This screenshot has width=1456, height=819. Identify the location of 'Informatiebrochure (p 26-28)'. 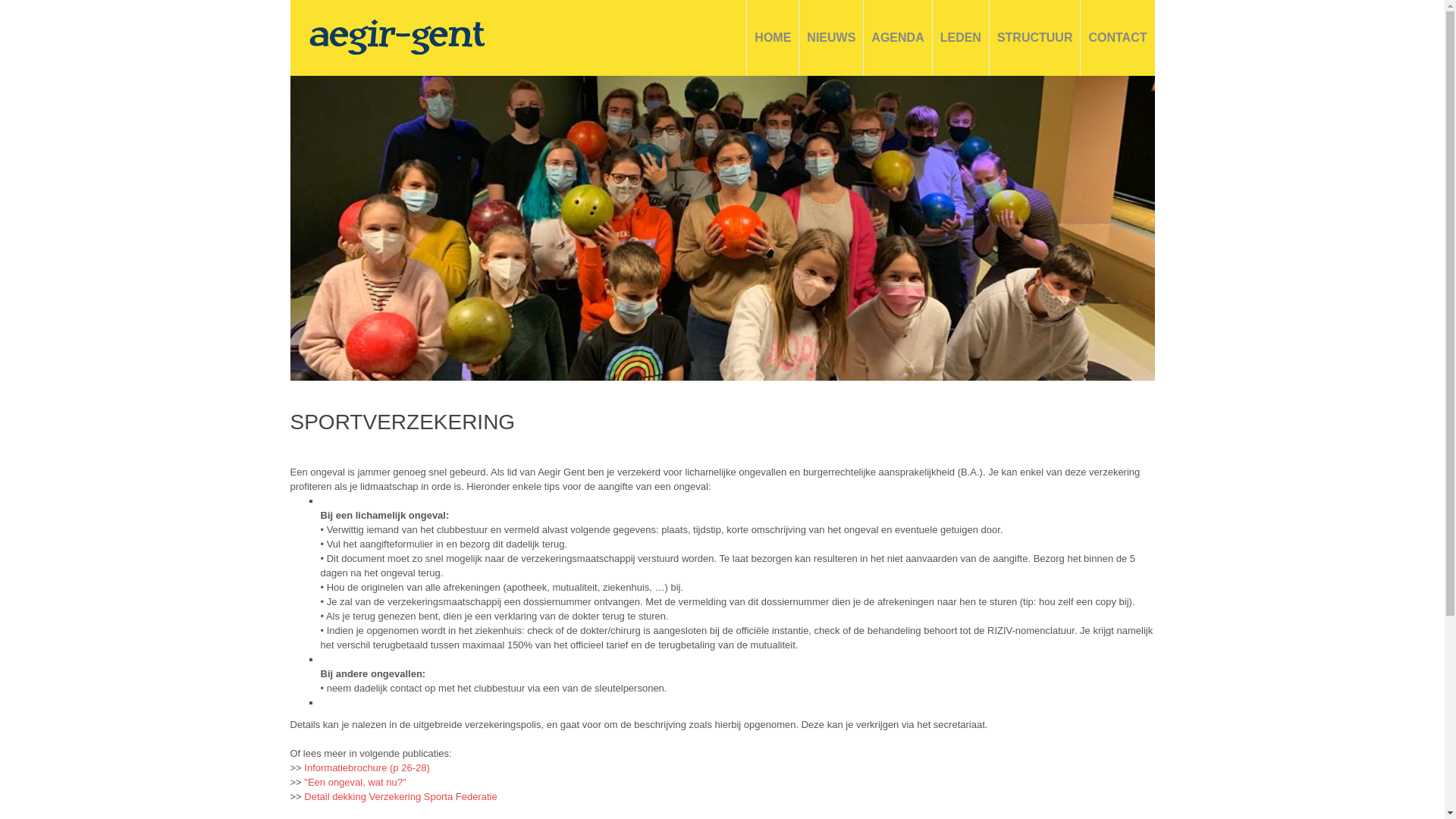
(366, 767).